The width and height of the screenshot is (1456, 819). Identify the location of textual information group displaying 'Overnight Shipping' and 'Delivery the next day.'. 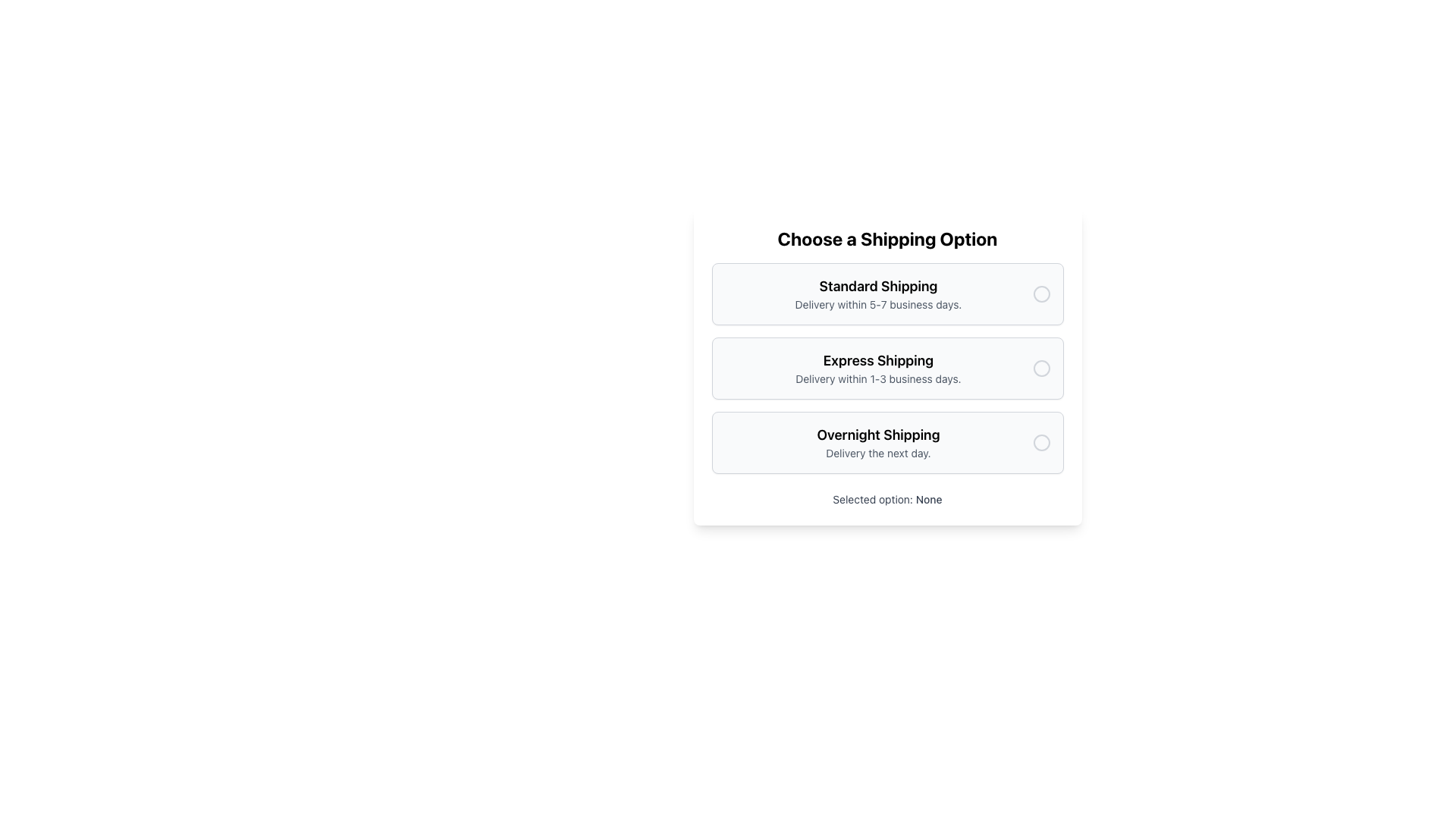
(878, 442).